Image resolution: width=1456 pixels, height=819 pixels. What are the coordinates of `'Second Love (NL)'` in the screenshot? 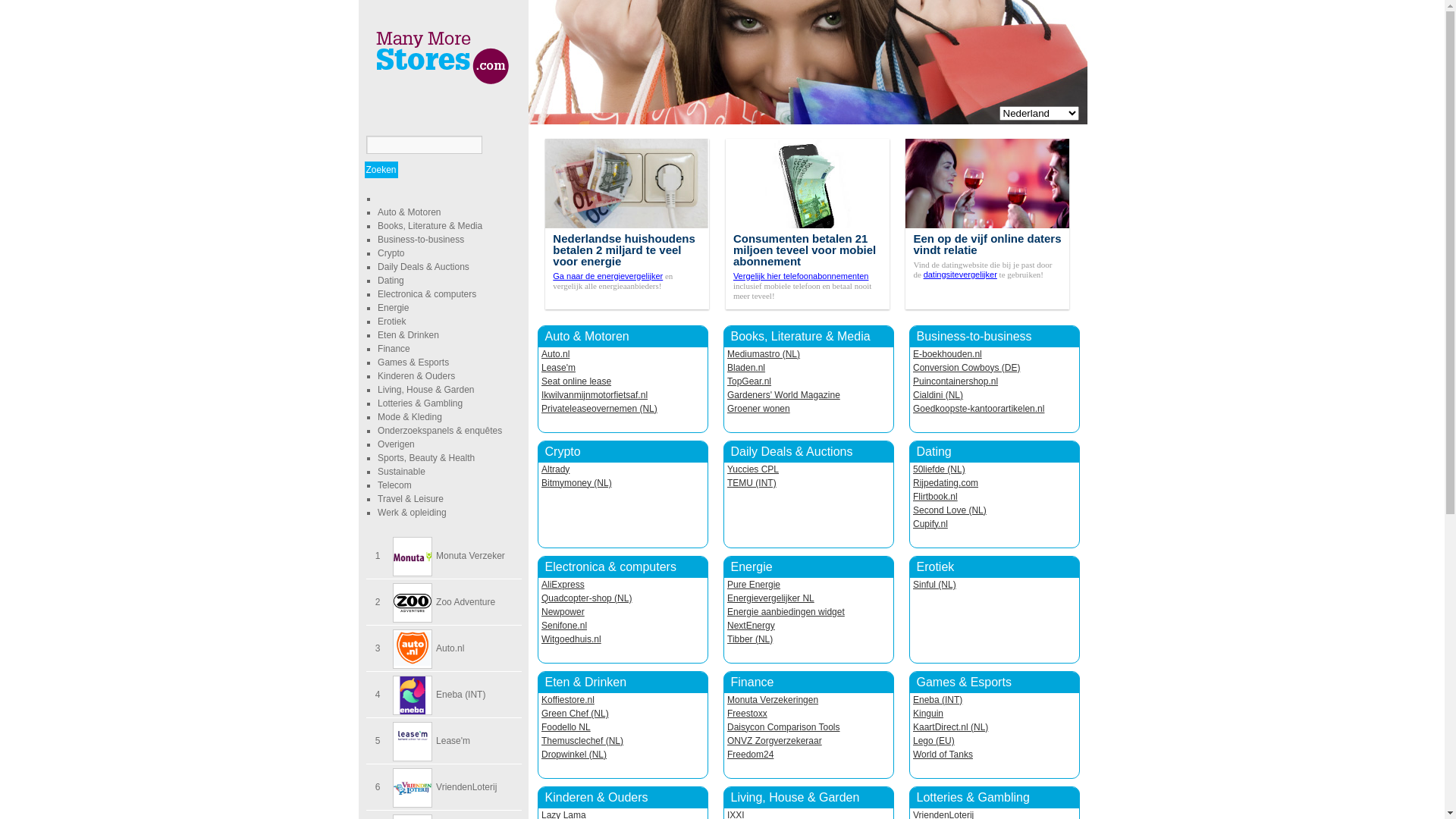 It's located at (949, 510).